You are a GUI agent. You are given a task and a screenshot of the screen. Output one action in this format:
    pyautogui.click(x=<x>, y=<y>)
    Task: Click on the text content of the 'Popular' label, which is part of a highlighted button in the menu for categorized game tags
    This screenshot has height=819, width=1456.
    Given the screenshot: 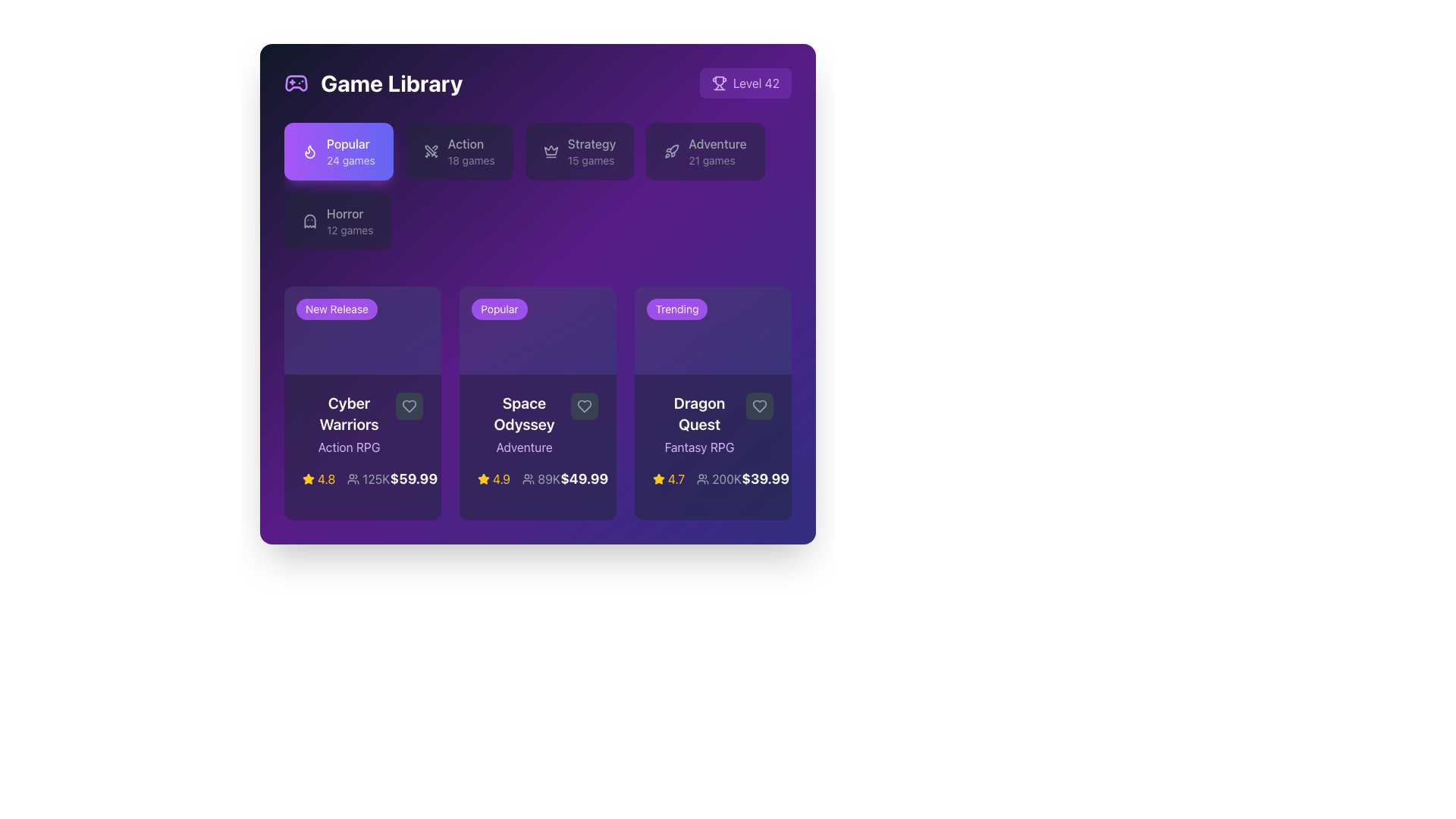 What is the action you would take?
    pyautogui.click(x=350, y=143)
    